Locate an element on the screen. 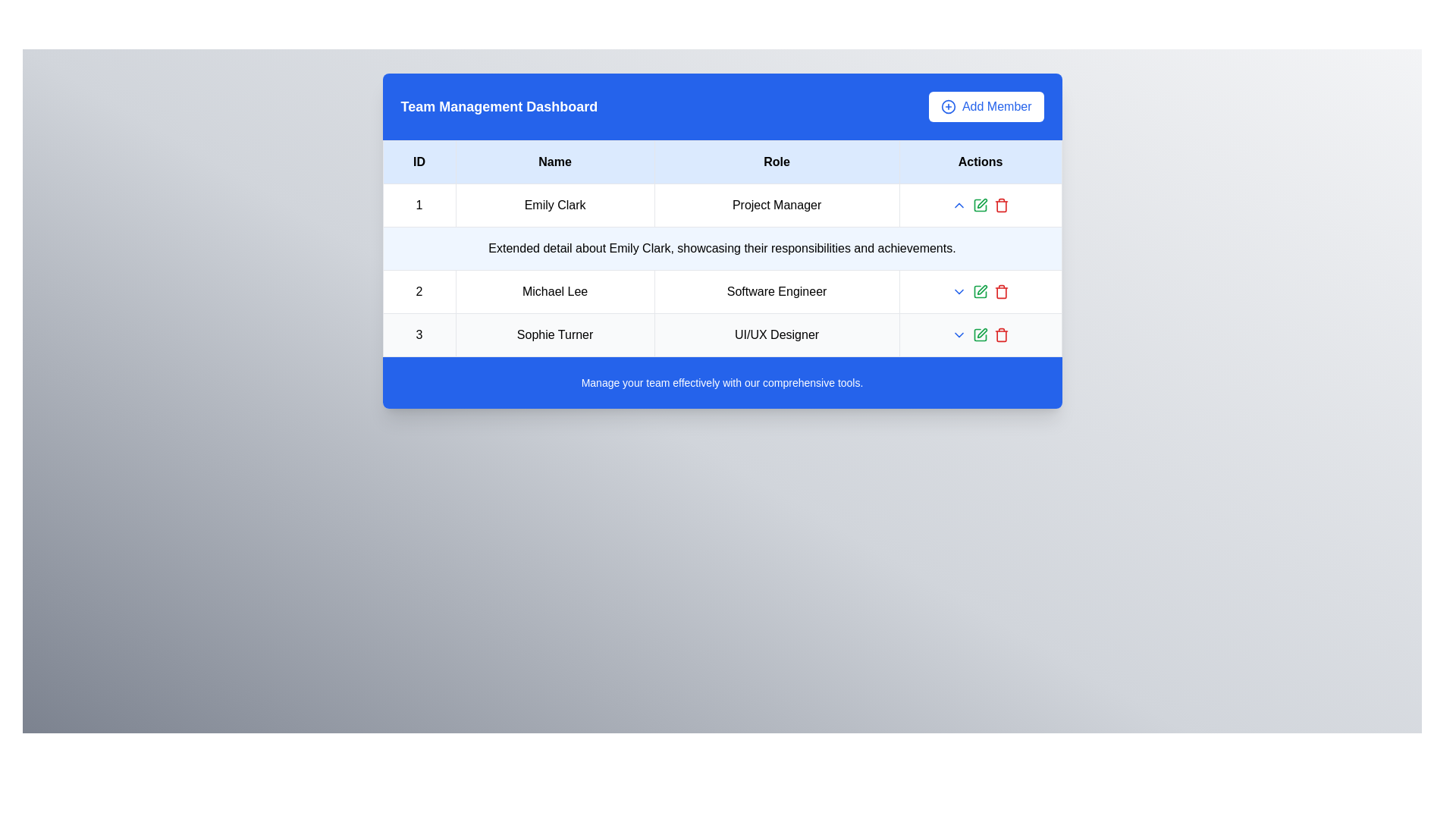 This screenshot has width=1456, height=819. the main title text in the upper-left corner of the blue header section, which indicates the purpose of the dashboard as managing teams is located at coordinates (499, 106).